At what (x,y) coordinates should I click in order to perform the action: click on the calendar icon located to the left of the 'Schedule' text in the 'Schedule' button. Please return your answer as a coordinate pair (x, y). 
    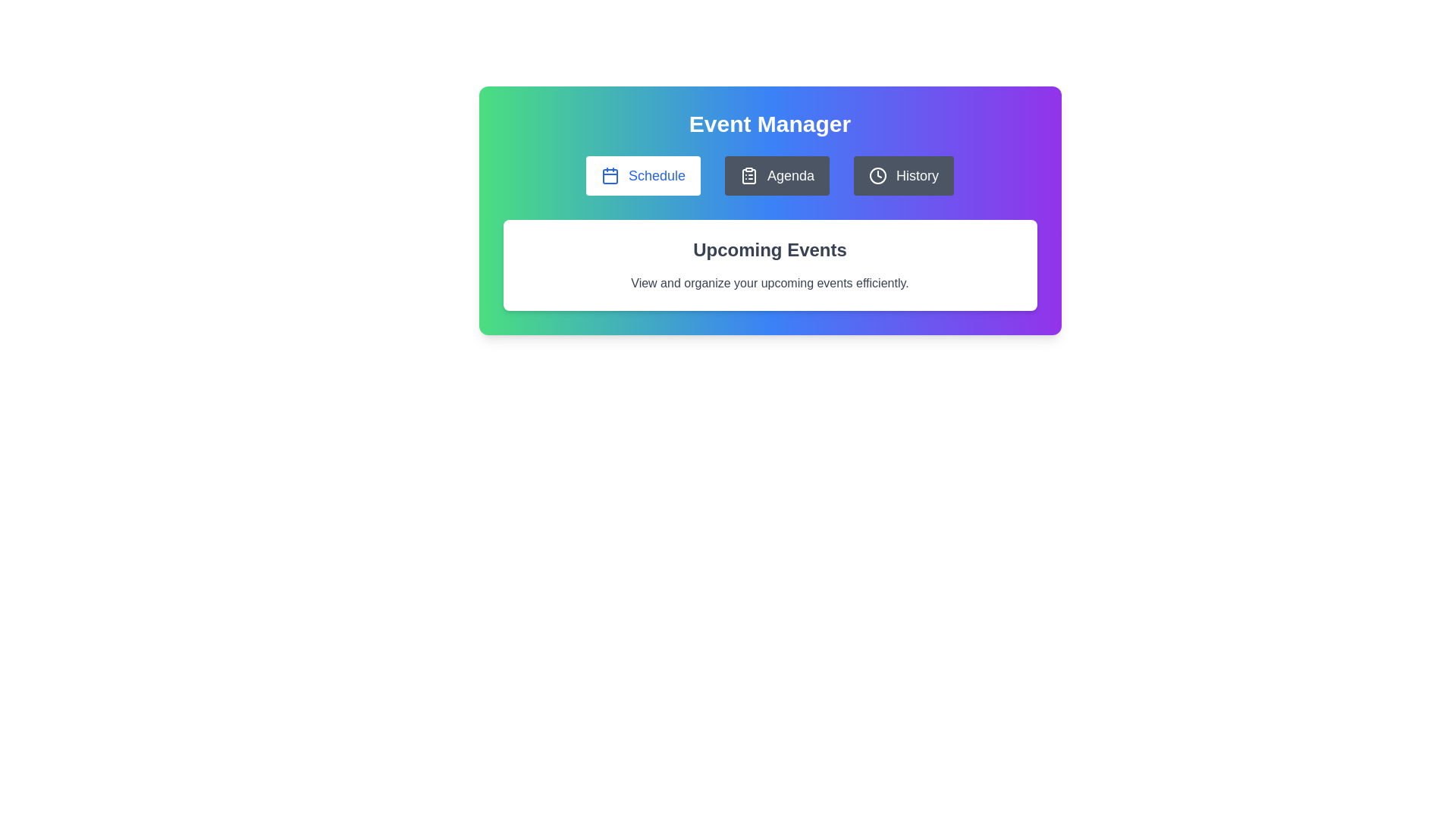
    Looking at the image, I should click on (610, 174).